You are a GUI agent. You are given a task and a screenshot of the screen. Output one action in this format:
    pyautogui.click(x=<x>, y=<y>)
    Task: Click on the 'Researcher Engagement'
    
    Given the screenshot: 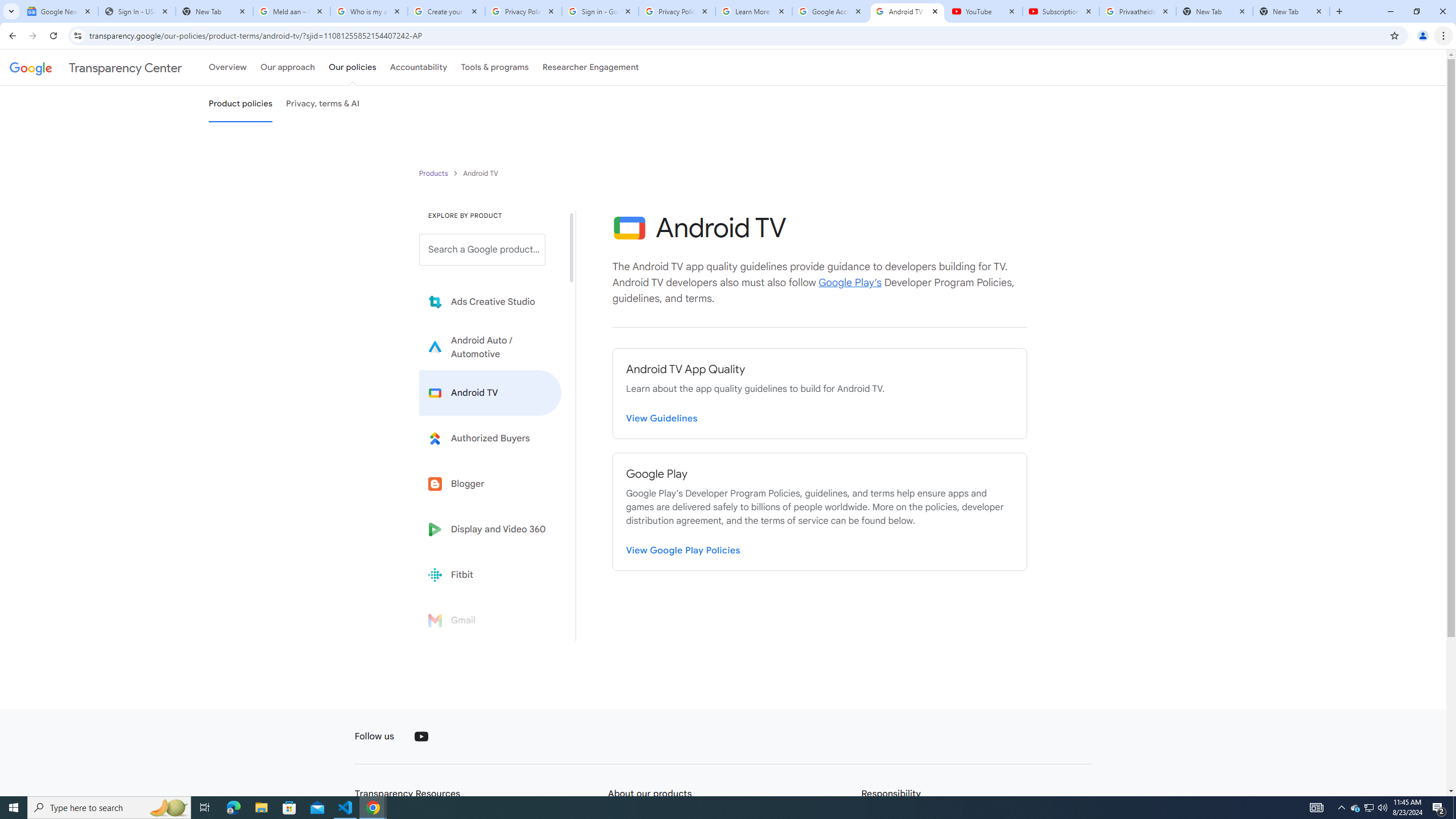 What is the action you would take?
    pyautogui.click(x=591, y=67)
    